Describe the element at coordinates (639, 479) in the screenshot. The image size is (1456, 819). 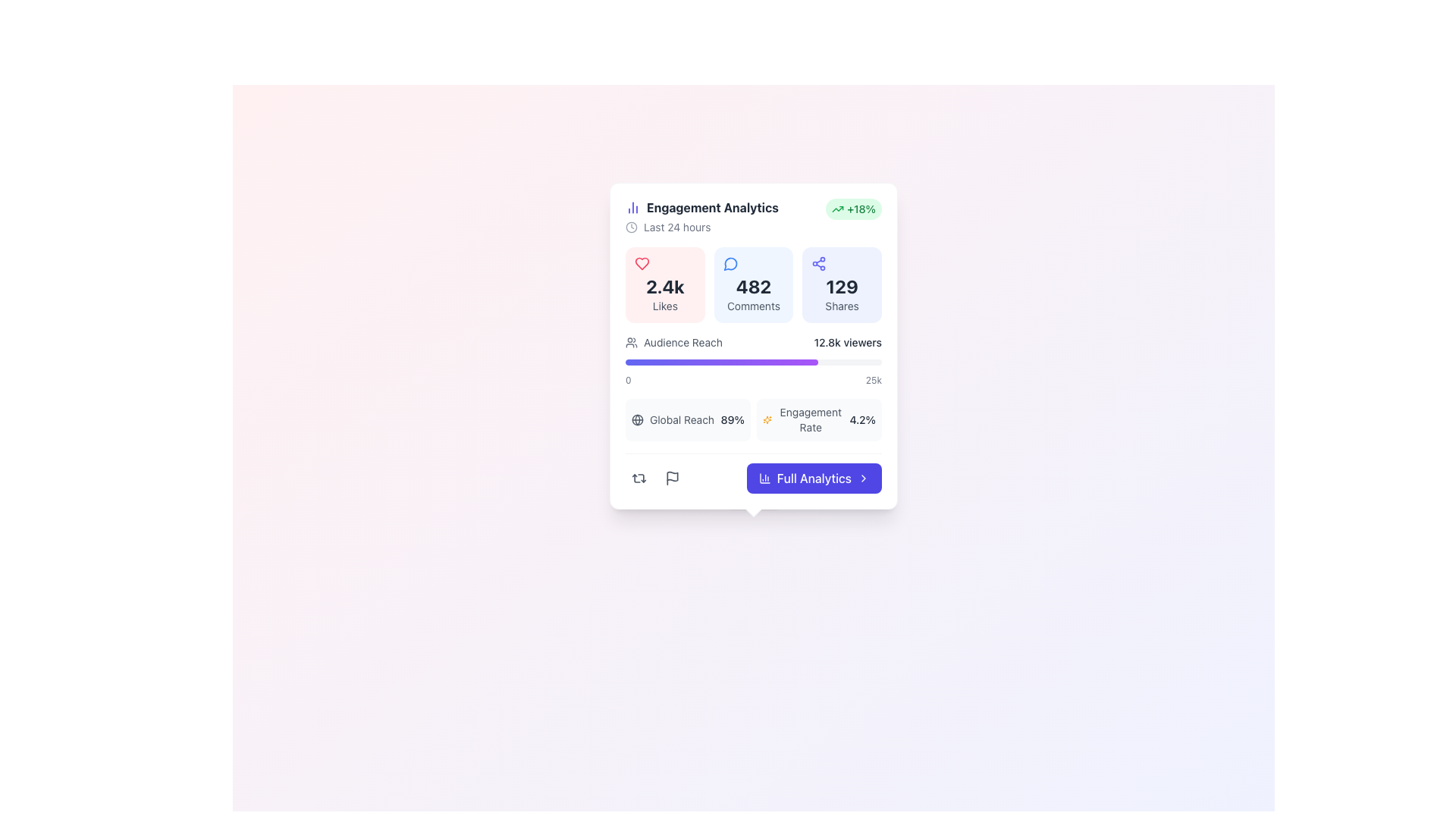
I see `the circular refresh icon featuring two arrows forming a loop, located at the bottom left of the card interface` at that location.